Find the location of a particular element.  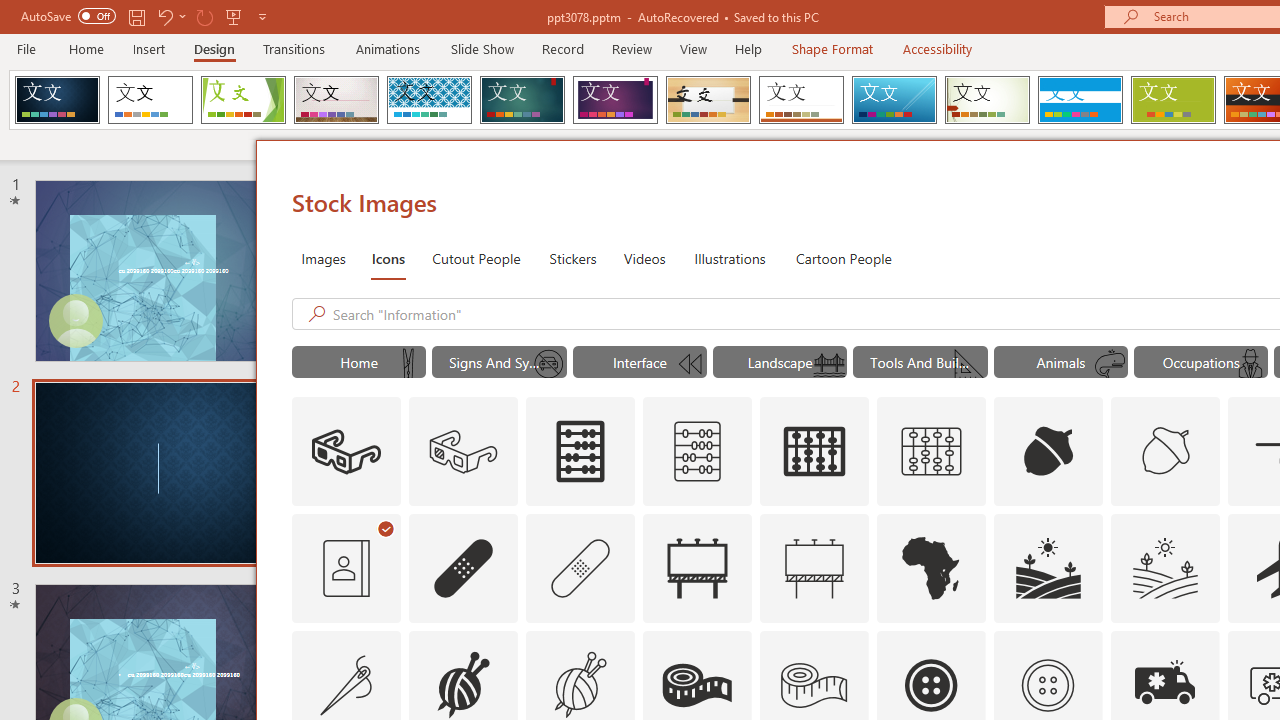

'Ion Boardroom' is located at coordinates (614, 100).